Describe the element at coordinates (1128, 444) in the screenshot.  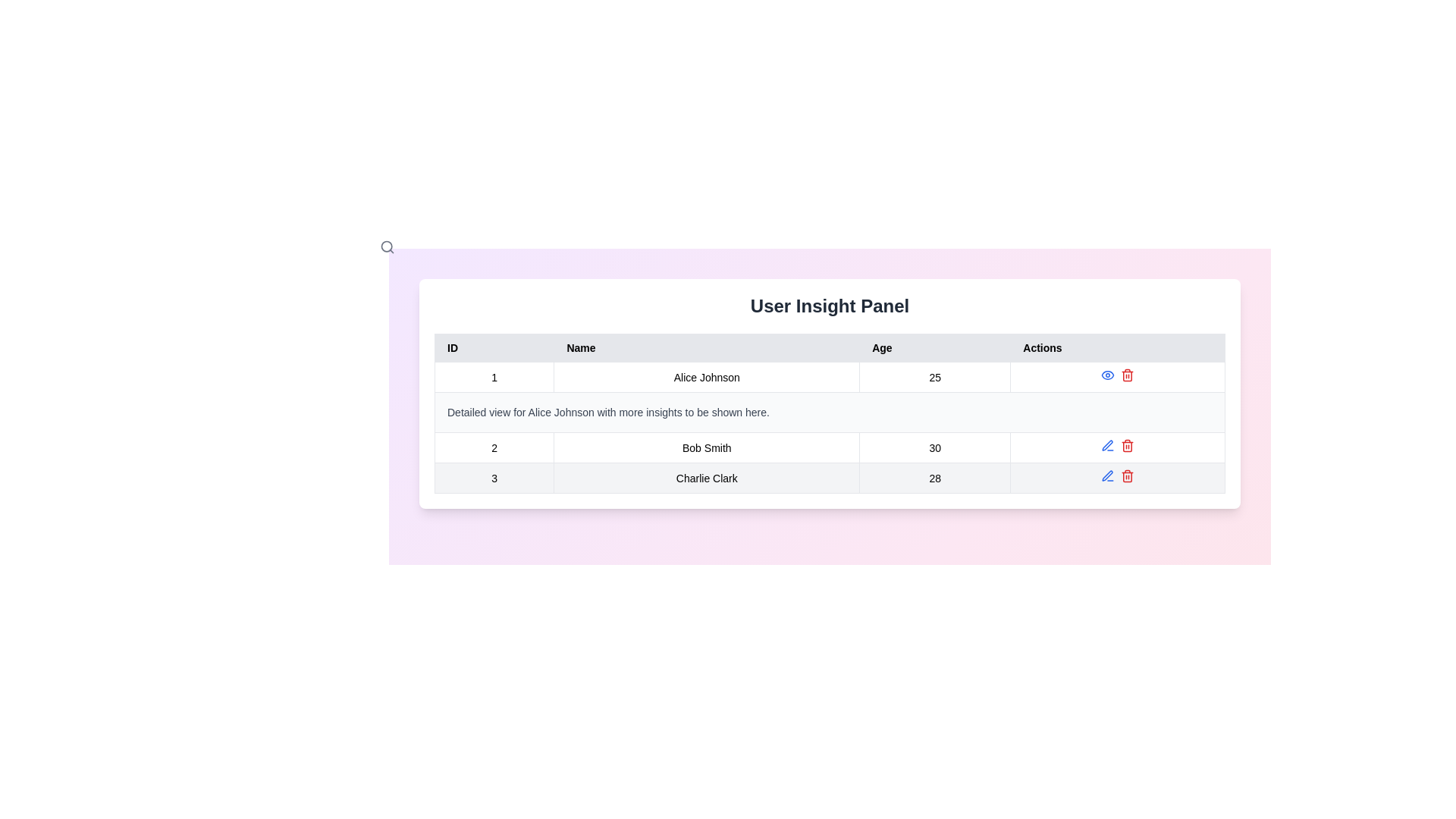
I see `the delete button located as the last icon on the right in the 'Actions' column of the second row in the table` at that location.